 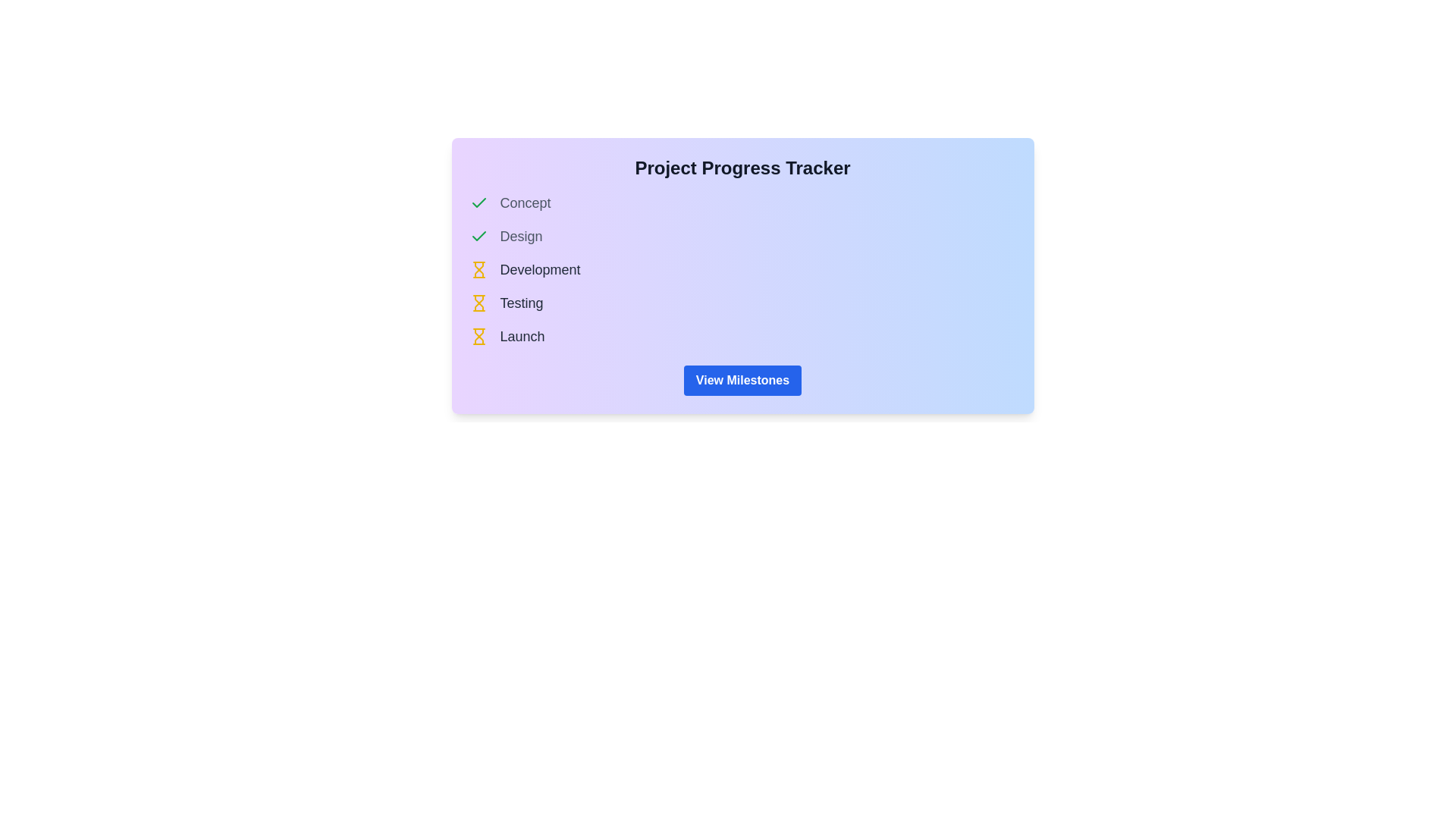 What do you see at coordinates (525, 202) in the screenshot?
I see `the text label reading 'Concept', styled in medium-weight, large-sized gray font, located near the top of the progress list, immediately to the right of a green checkmark icon` at bounding box center [525, 202].